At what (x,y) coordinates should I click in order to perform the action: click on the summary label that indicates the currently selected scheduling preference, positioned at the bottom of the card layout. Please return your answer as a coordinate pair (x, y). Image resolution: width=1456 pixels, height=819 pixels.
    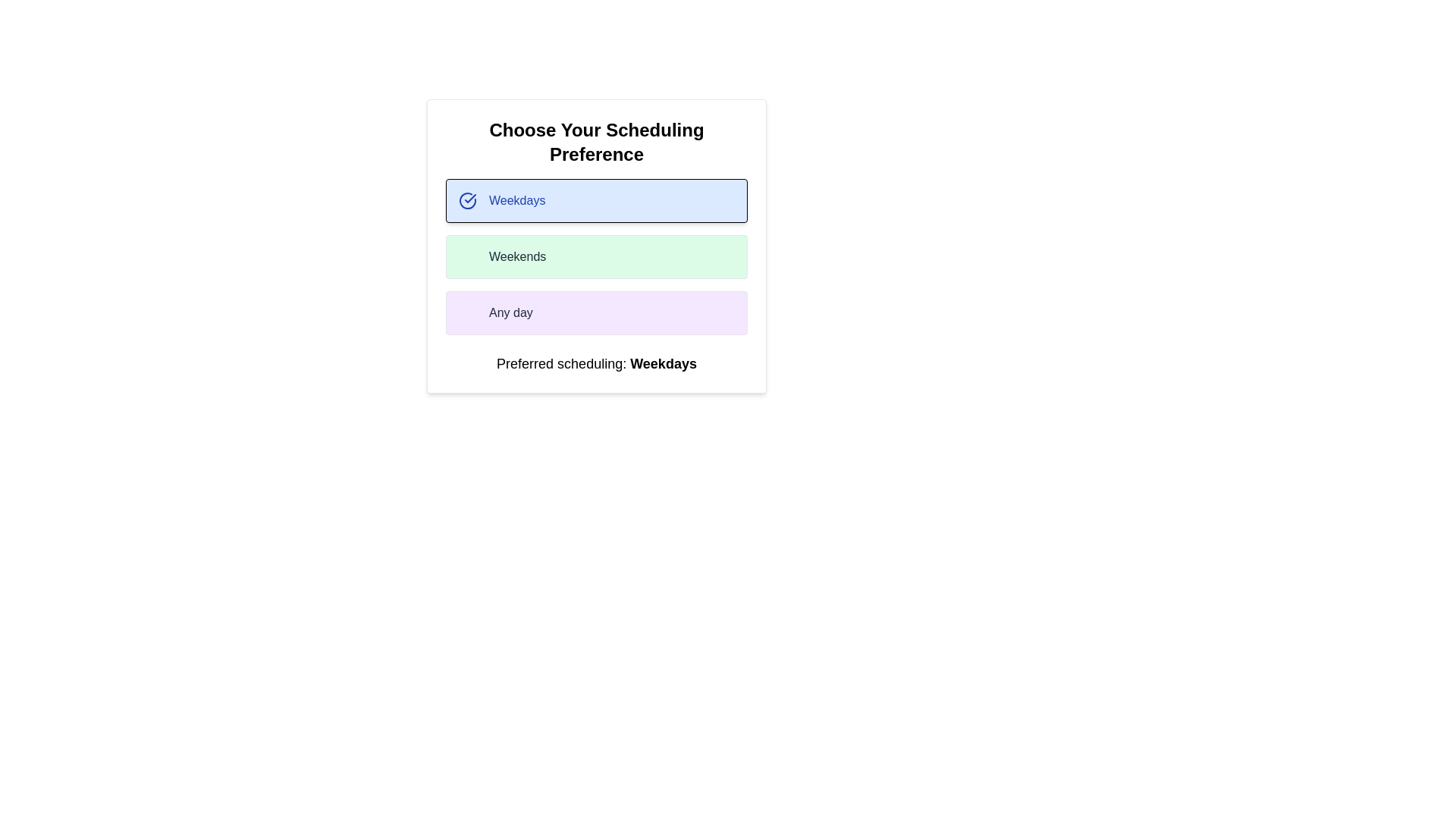
    Looking at the image, I should click on (596, 363).